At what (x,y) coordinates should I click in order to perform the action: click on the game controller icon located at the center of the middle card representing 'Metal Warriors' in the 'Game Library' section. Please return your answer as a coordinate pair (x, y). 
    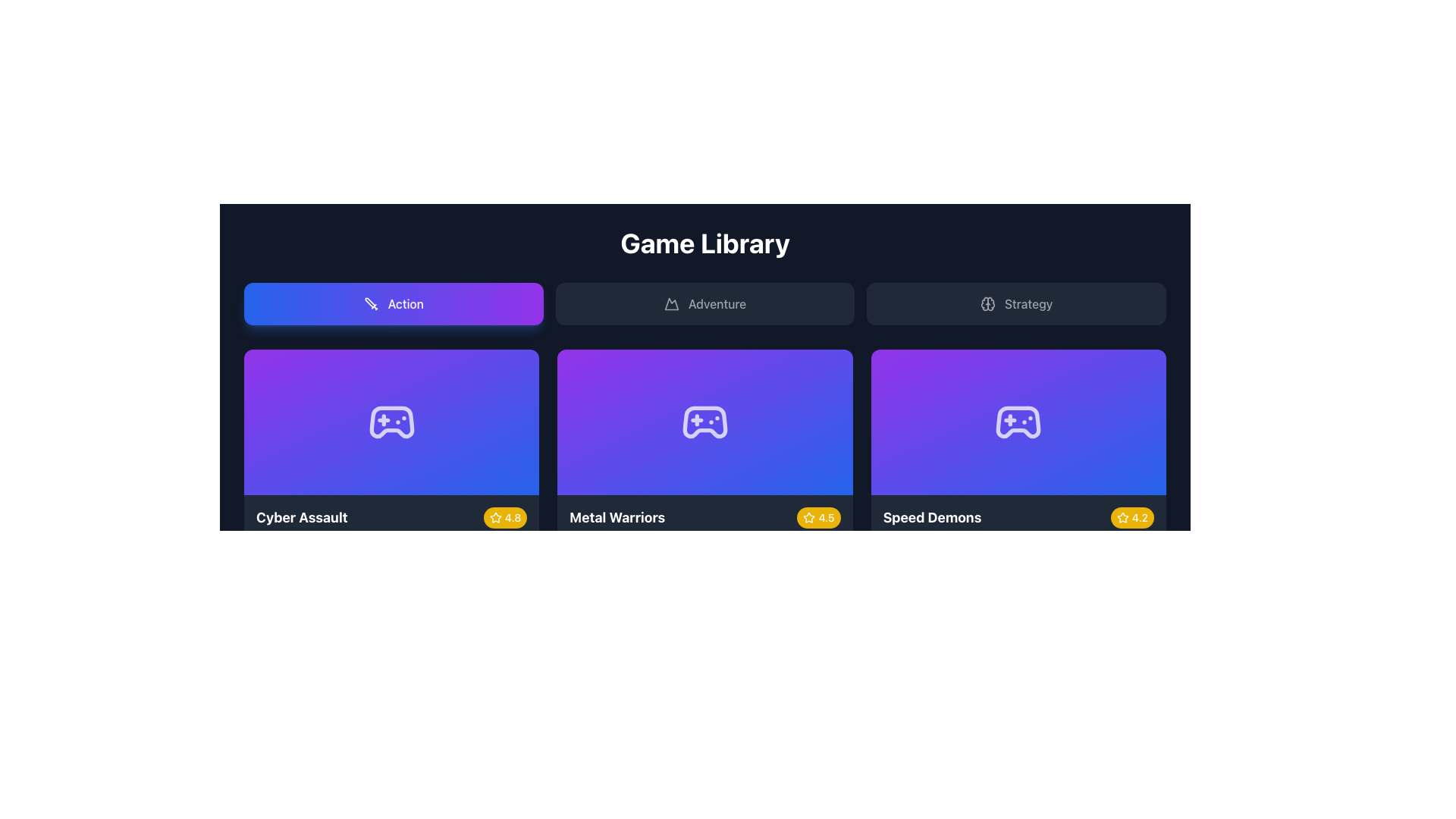
    Looking at the image, I should click on (704, 422).